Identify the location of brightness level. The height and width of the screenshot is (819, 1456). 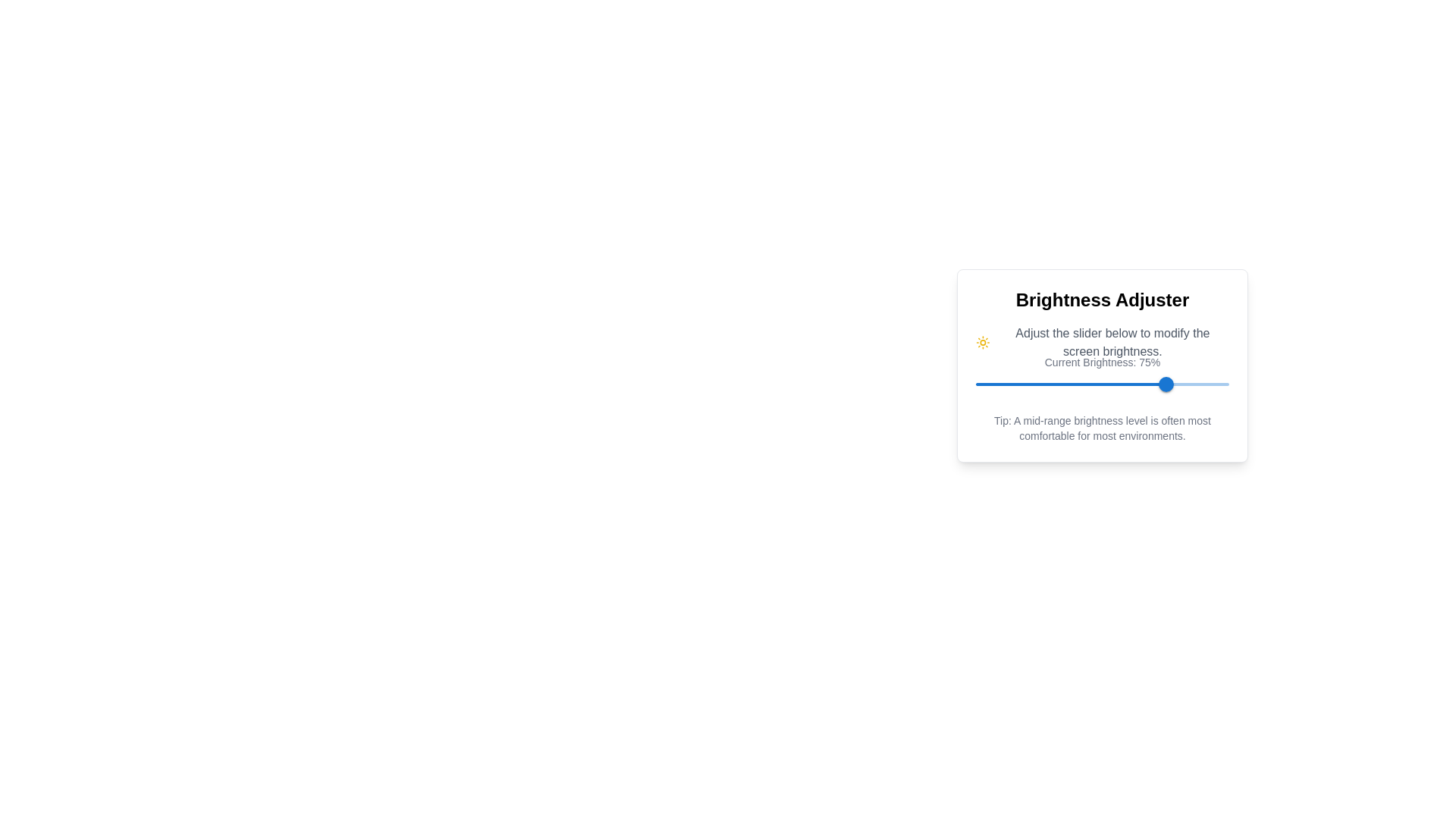
(1219, 383).